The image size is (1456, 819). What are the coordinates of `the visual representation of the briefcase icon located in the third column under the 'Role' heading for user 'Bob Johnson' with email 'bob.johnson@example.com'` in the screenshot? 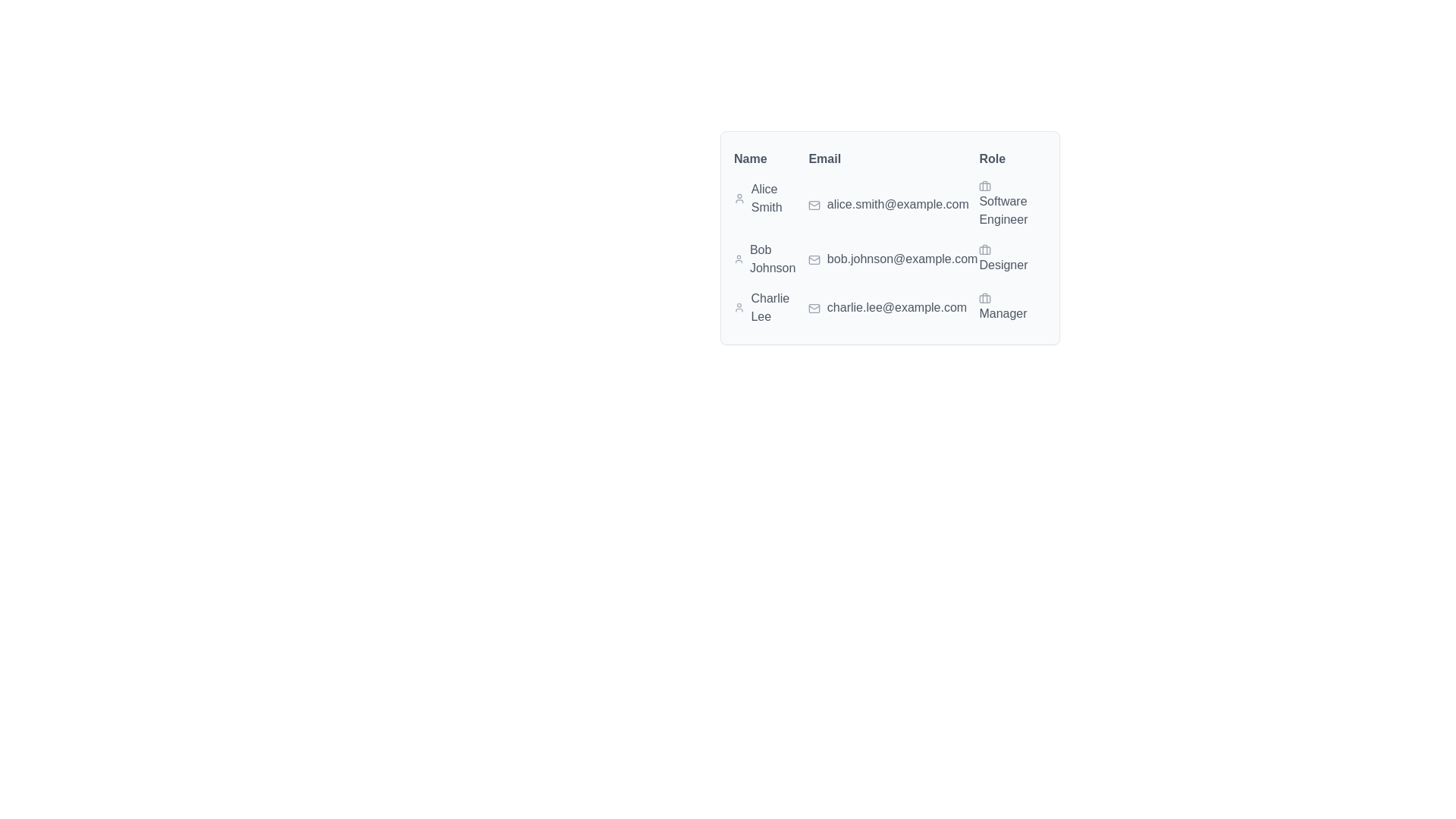 It's located at (985, 249).